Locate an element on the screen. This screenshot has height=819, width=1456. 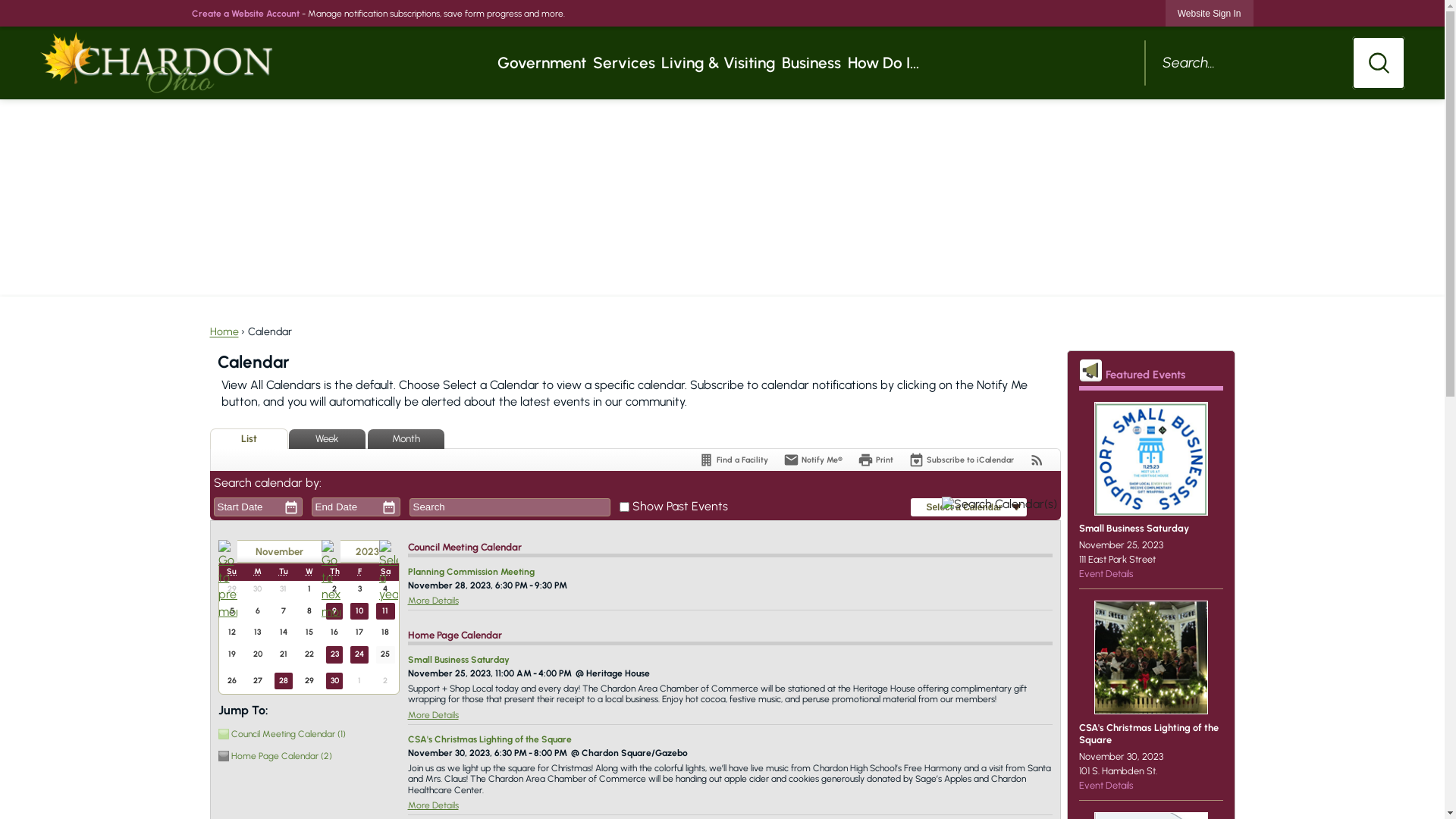
'23' is located at coordinates (334, 654).